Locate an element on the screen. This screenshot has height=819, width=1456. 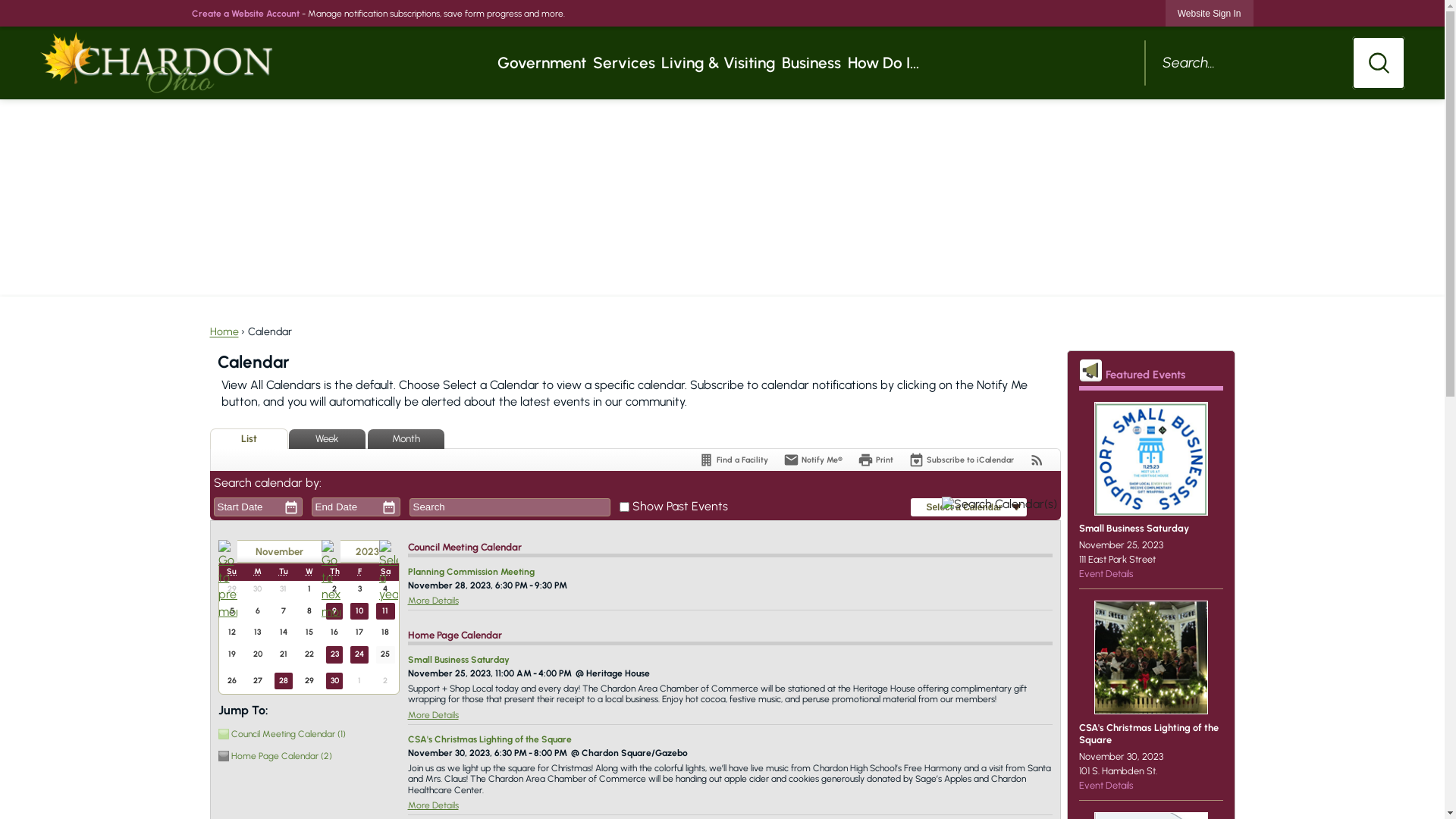
'23' is located at coordinates (334, 654).